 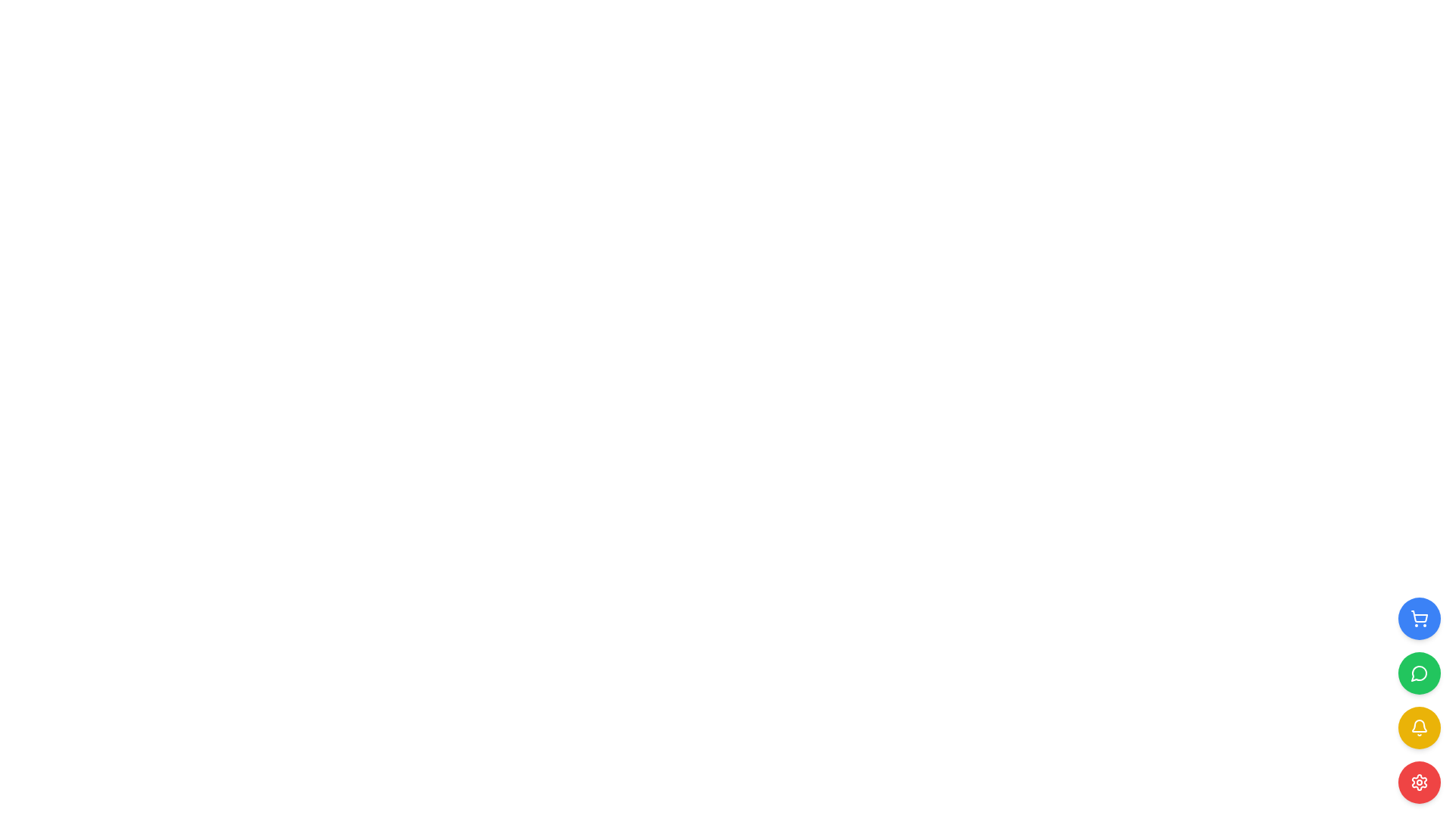 I want to click on the circular yellow button with a white bell icon, so click(x=1419, y=727).